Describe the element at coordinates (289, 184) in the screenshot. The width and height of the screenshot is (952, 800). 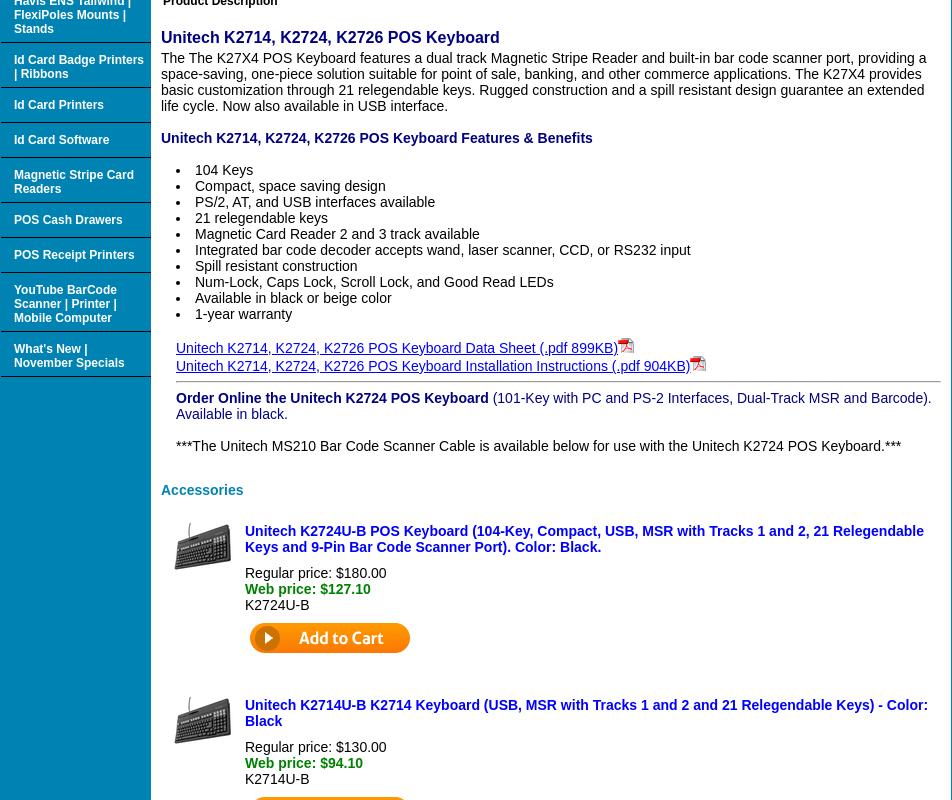
I see `'Compact, space saving design'` at that location.